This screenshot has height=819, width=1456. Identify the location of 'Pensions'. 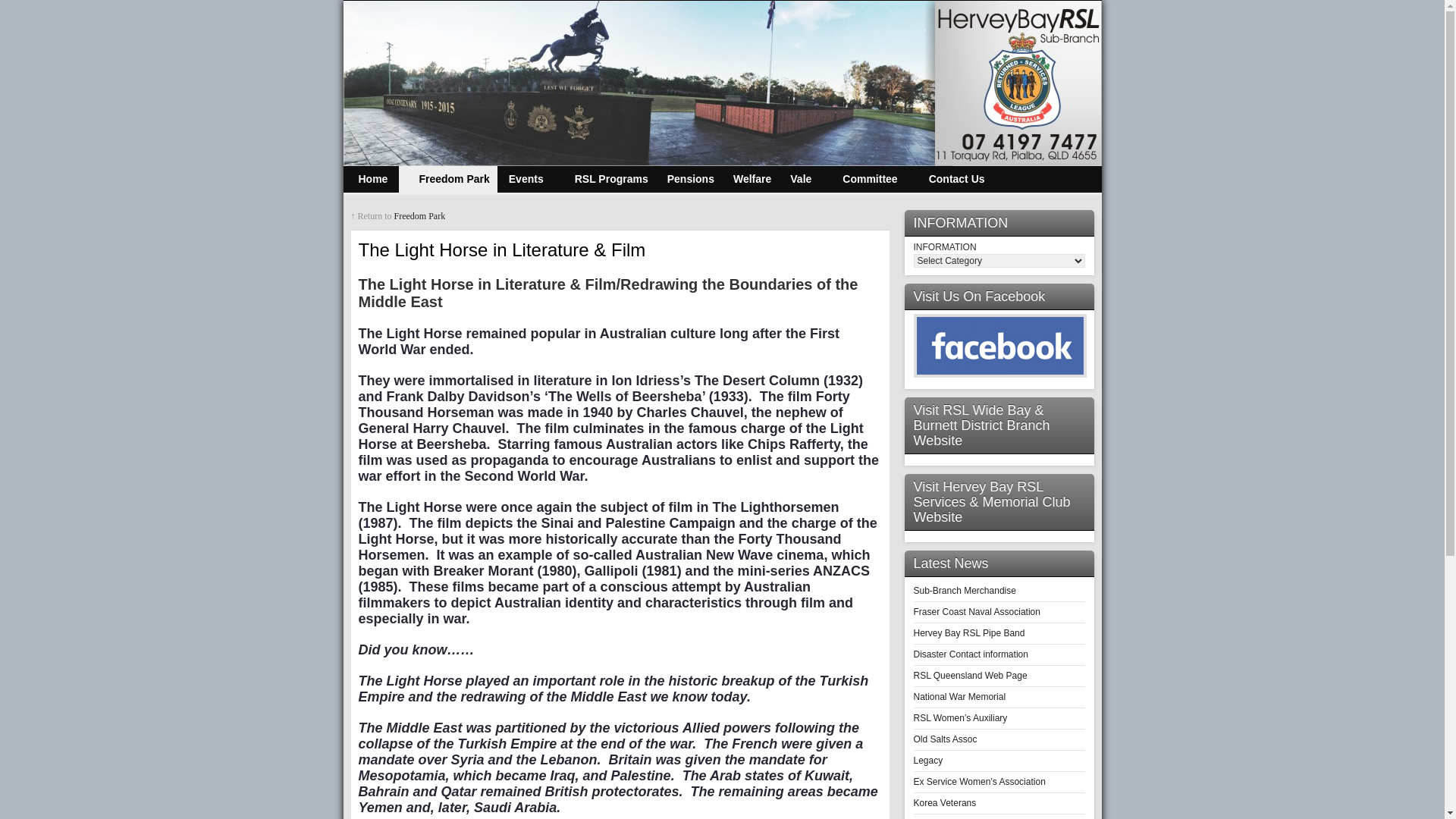
(690, 178).